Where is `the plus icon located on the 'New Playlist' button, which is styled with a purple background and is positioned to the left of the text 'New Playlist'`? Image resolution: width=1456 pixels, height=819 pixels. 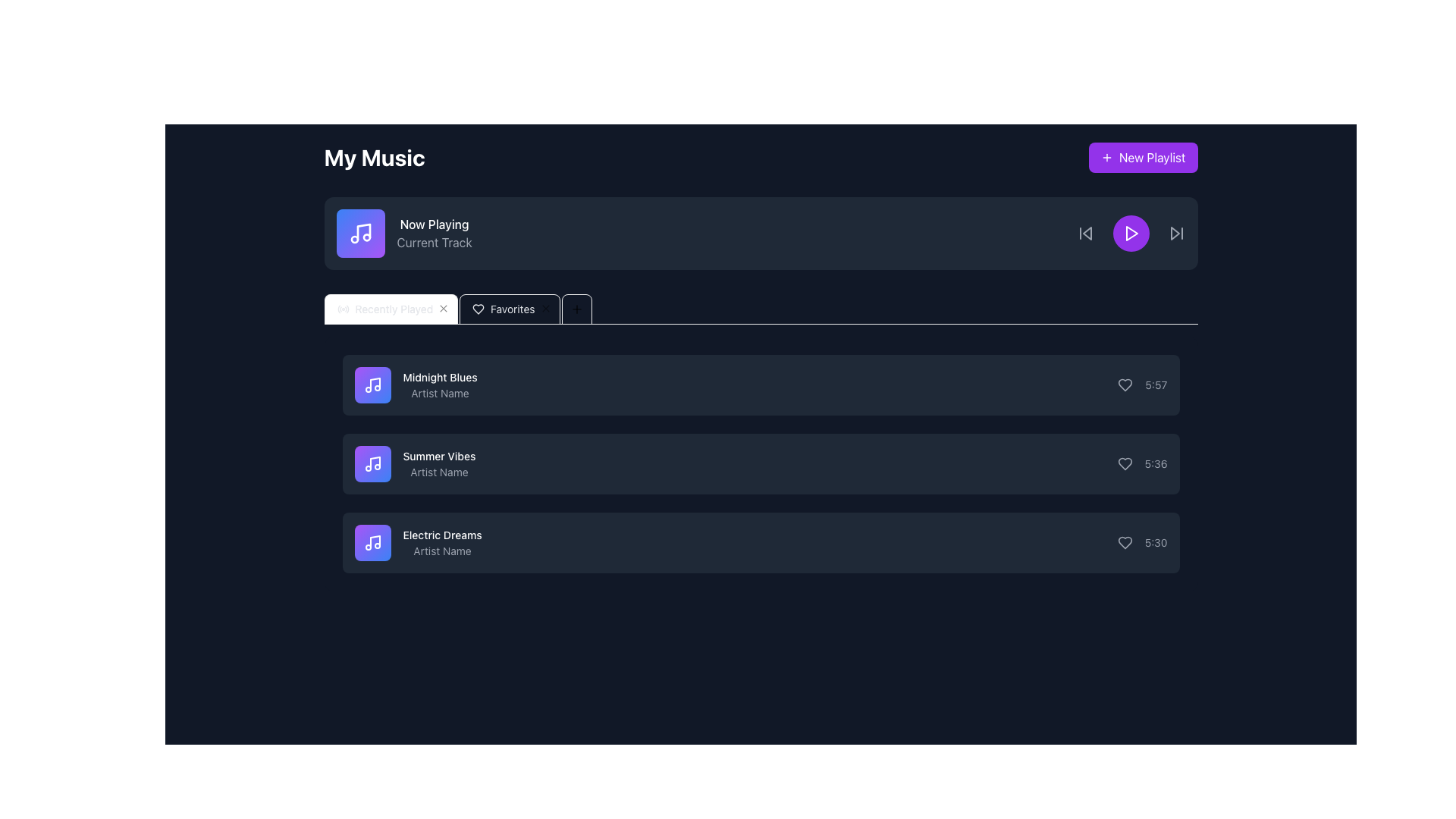
the plus icon located on the 'New Playlist' button, which is styled with a purple background and is positioned to the left of the text 'New Playlist' is located at coordinates (1106, 158).